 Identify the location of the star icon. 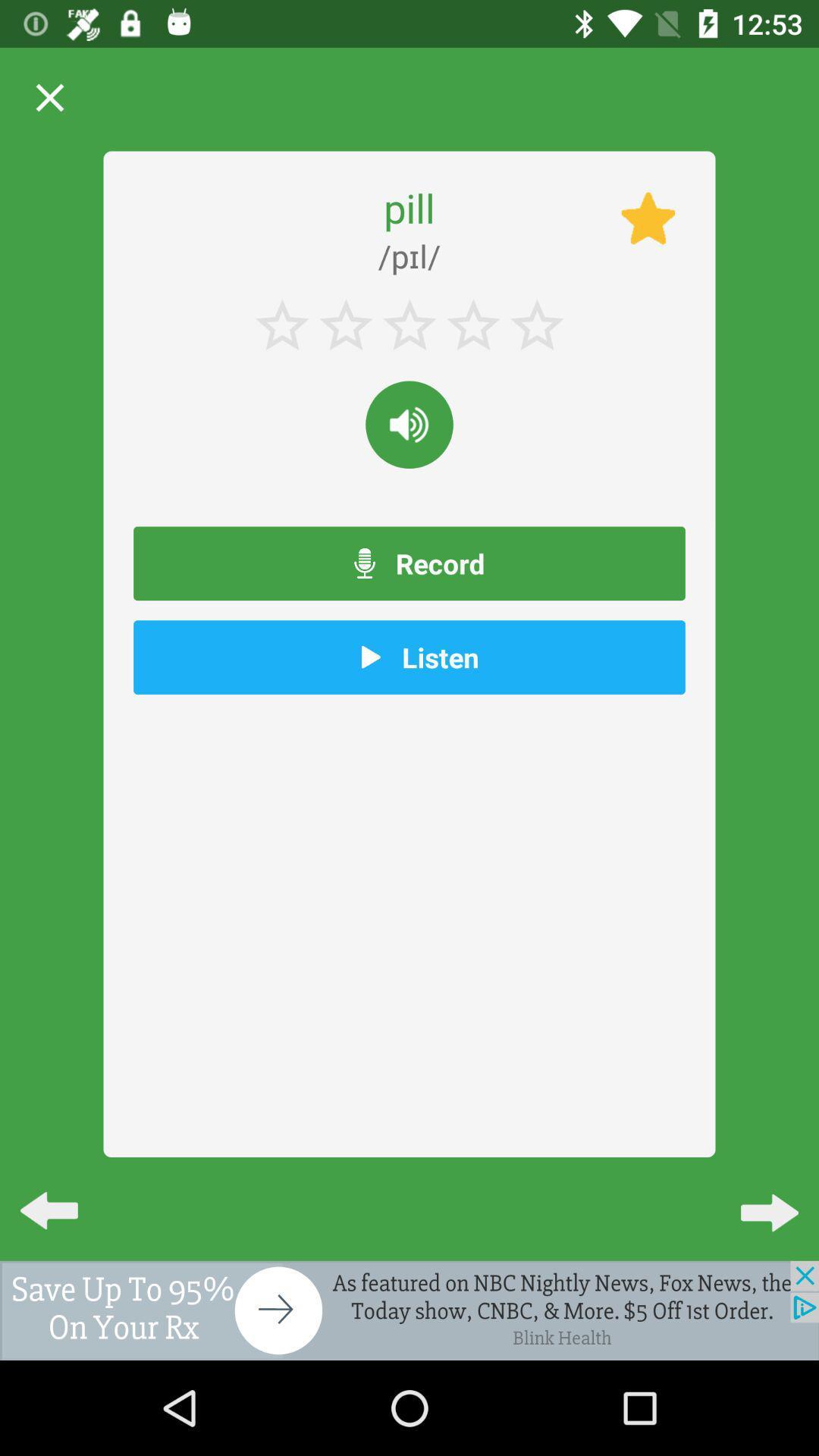
(648, 218).